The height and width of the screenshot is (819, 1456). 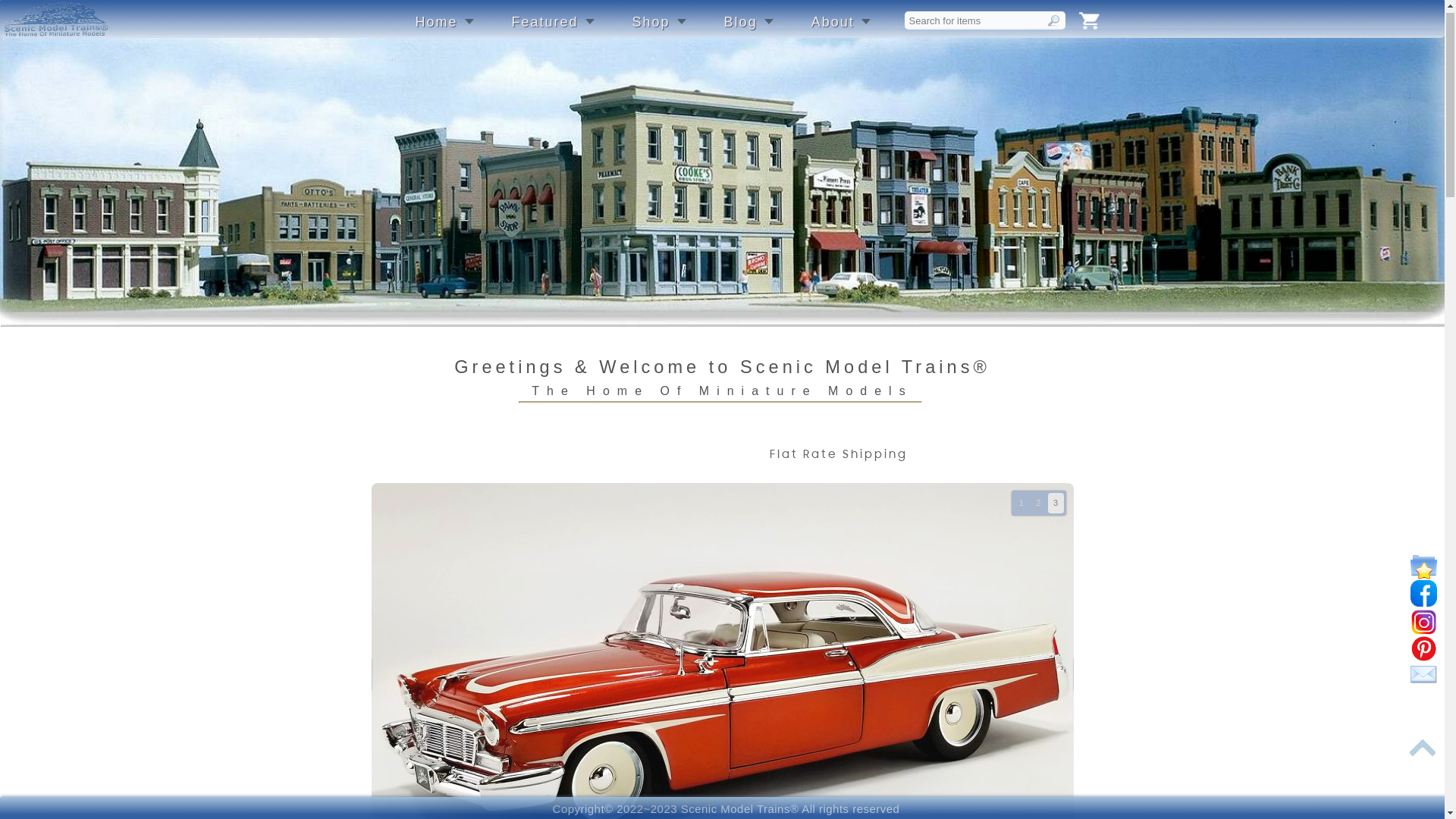 What do you see at coordinates (632, 30) in the screenshot?
I see `'Shop'` at bounding box center [632, 30].